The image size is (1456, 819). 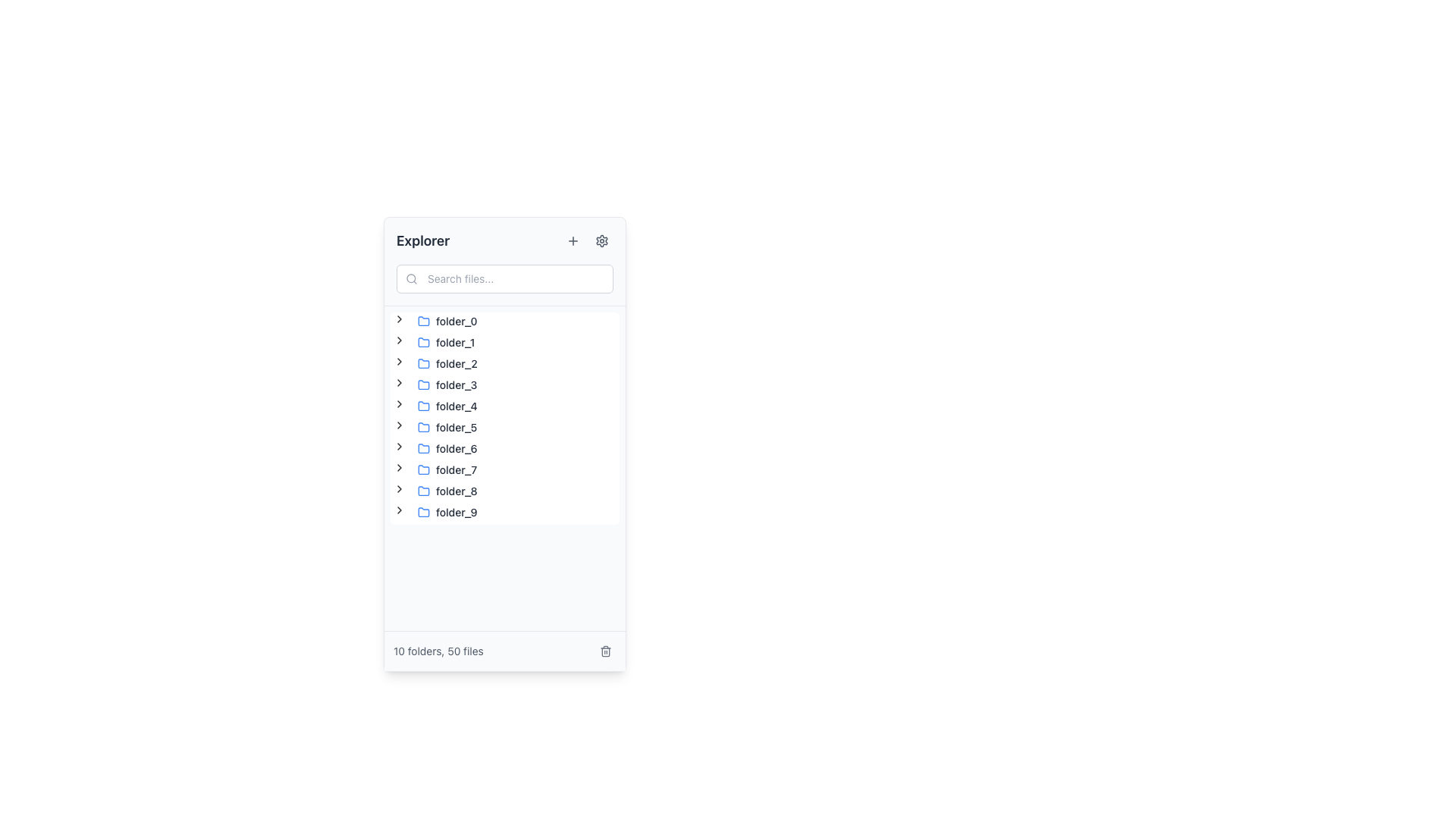 What do you see at coordinates (447, 406) in the screenshot?
I see `the list item representing the folder labeled 'folder_4'` at bounding box center [447, 406].